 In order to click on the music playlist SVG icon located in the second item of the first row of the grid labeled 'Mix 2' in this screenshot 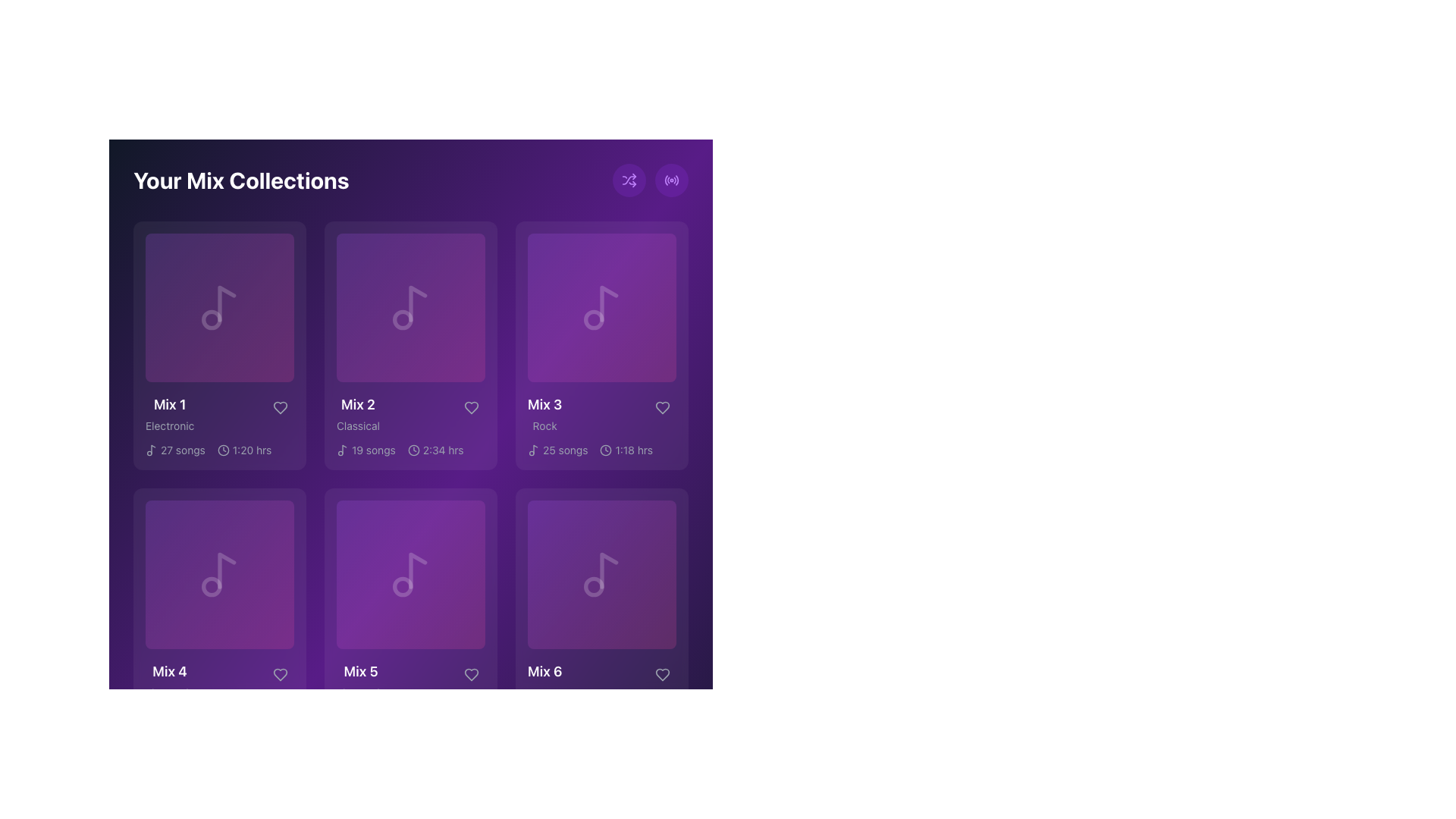, I will do `click(411, 307)`.